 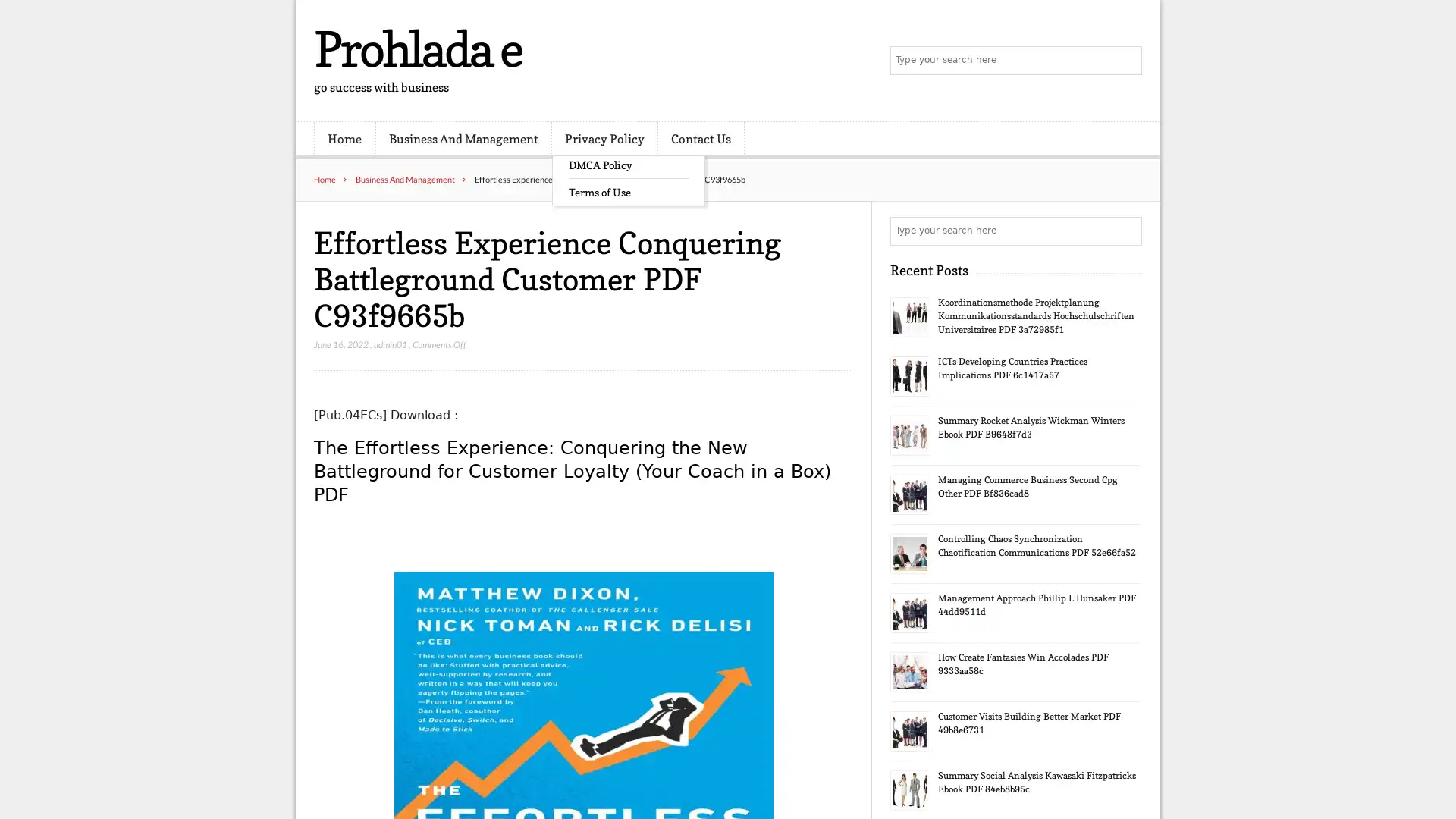 What do you see at coordinates (1126, 61) in the screenshot?
I see `Search` at bounding box center [1126, 61].